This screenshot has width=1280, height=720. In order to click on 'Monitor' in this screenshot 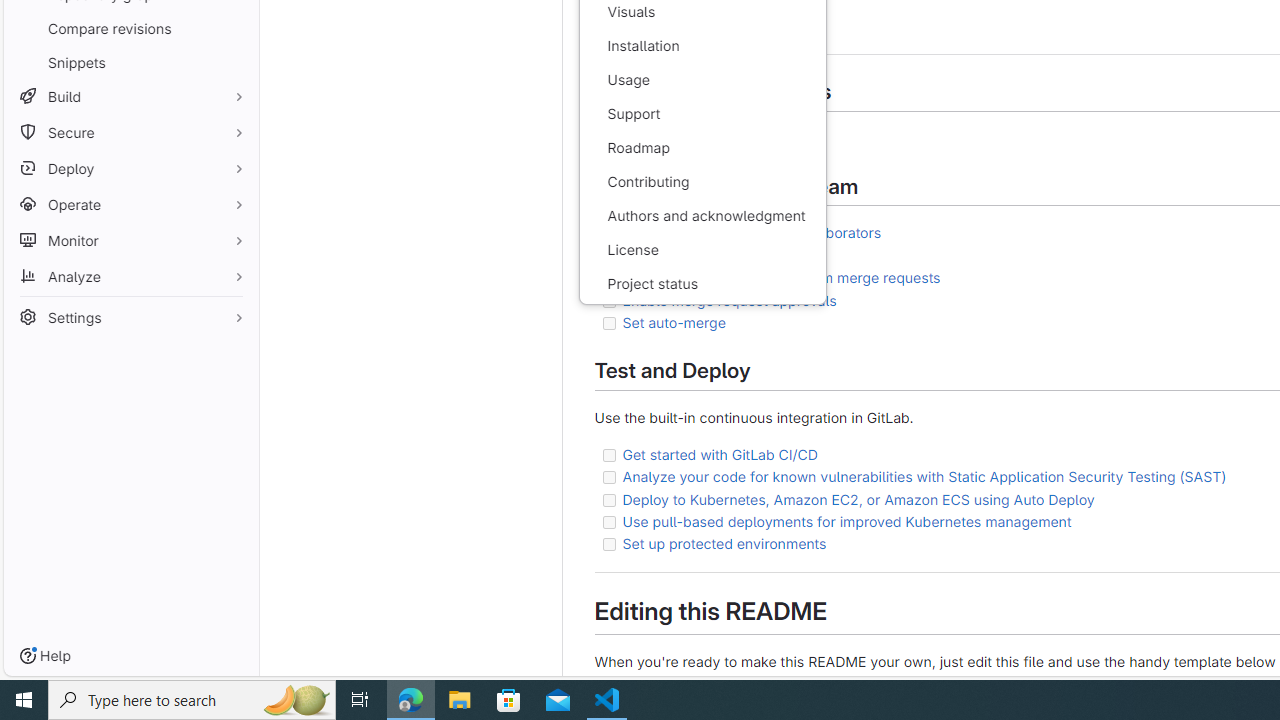, I will do `click(130, 239)`.